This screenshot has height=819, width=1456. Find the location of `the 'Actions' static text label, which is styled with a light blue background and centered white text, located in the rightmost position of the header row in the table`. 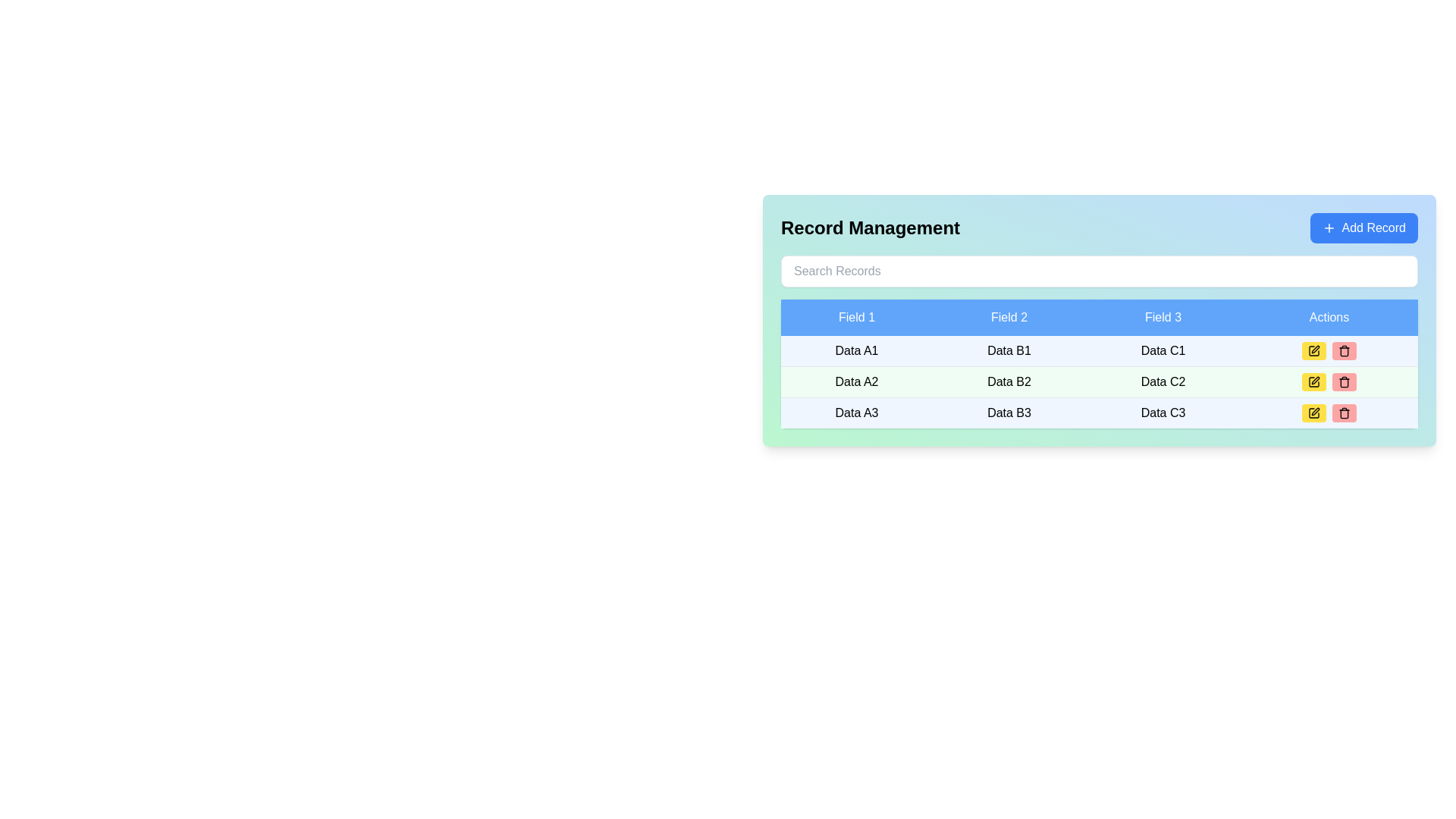

the 'Actions' static text label, which is styled with a light blue background and centered white text, located in the rightmost position of the header row in the table is located at coordinates (1328, 317).